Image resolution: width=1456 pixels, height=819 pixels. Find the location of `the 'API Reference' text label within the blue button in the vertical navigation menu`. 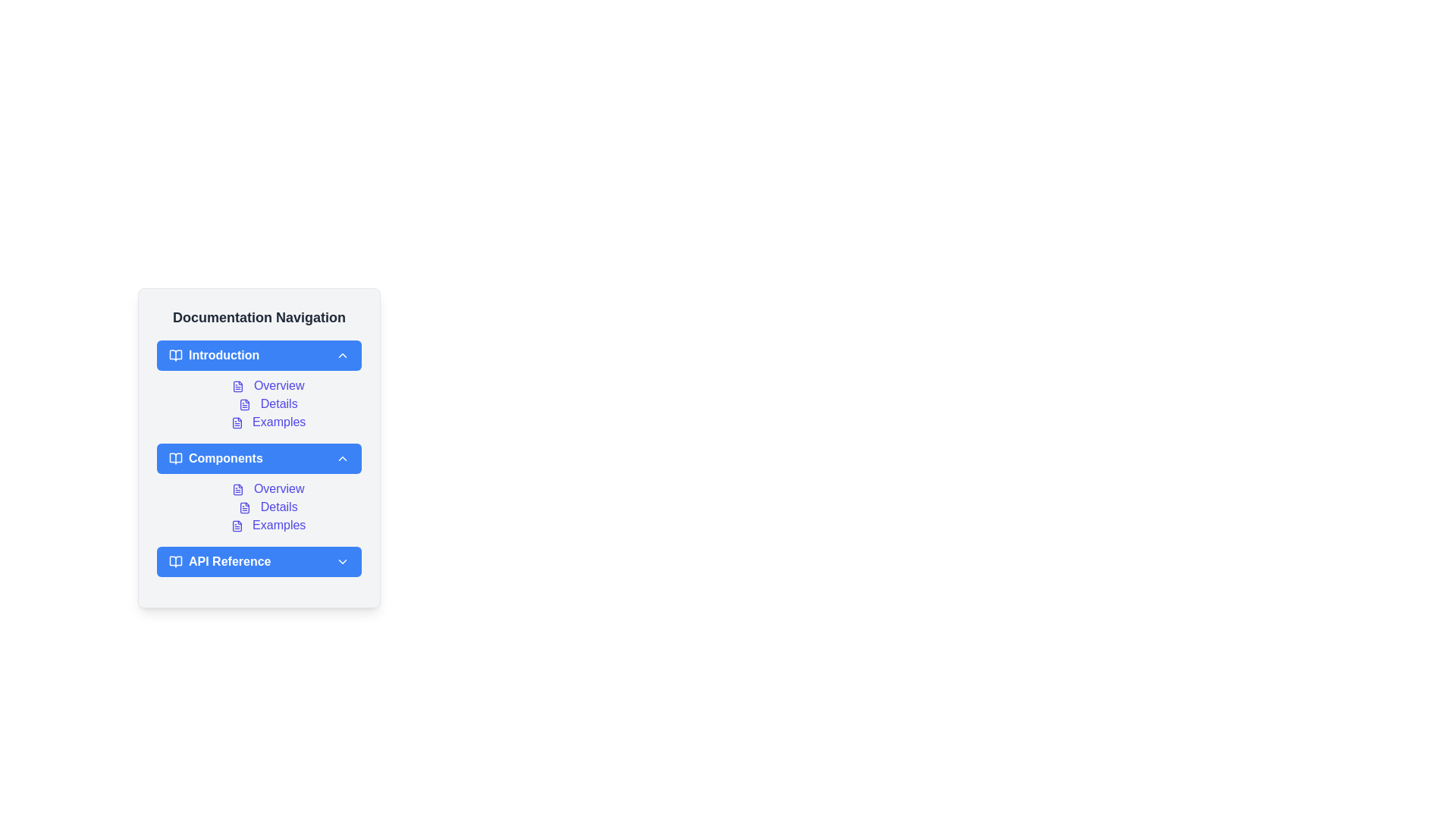

the 'API Reference' text label within the blue button in the vertical navigation menu is located at coordinates (219, 561).